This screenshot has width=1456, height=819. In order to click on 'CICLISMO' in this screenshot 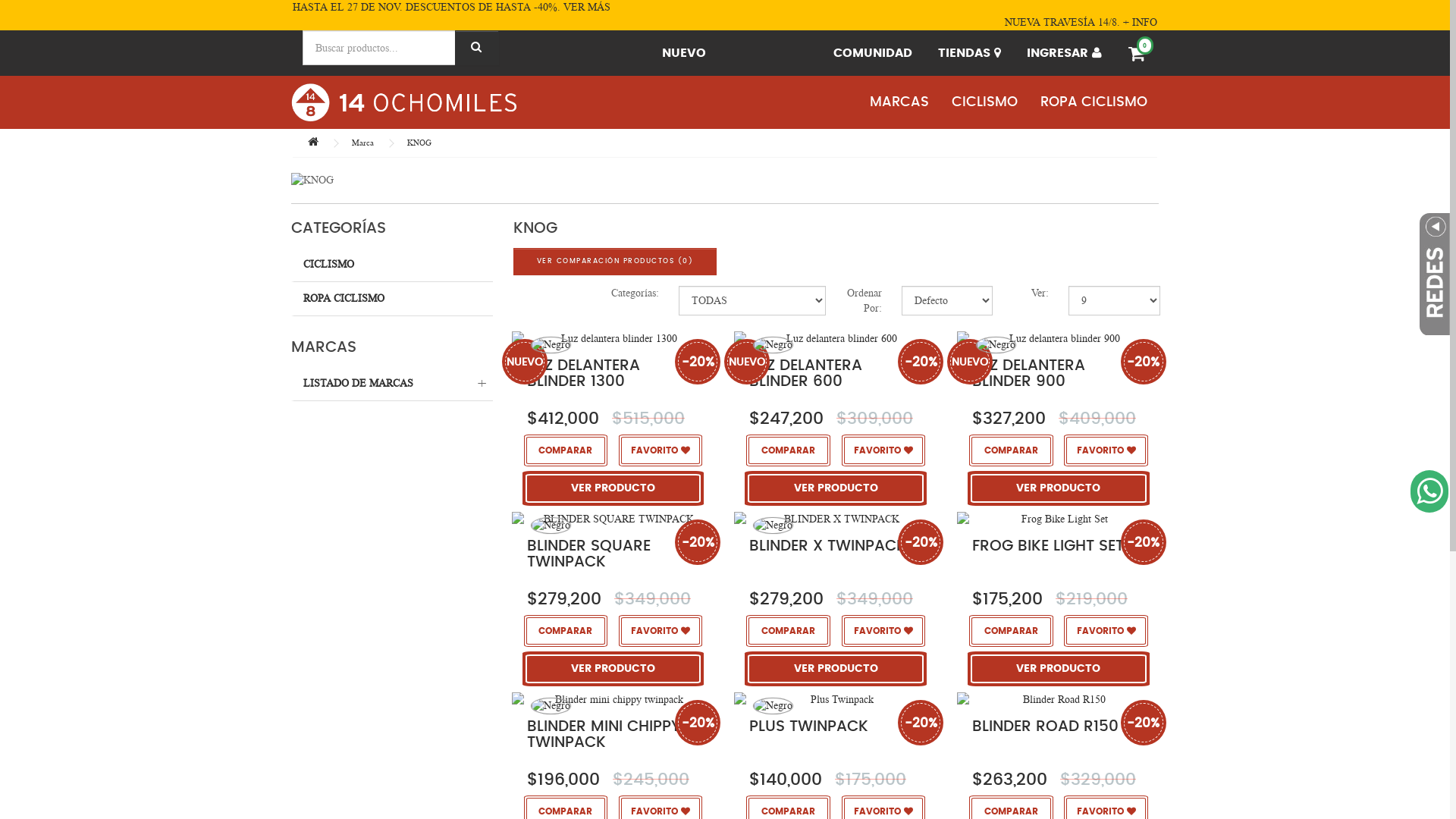, I will do `click(392, 264)`.